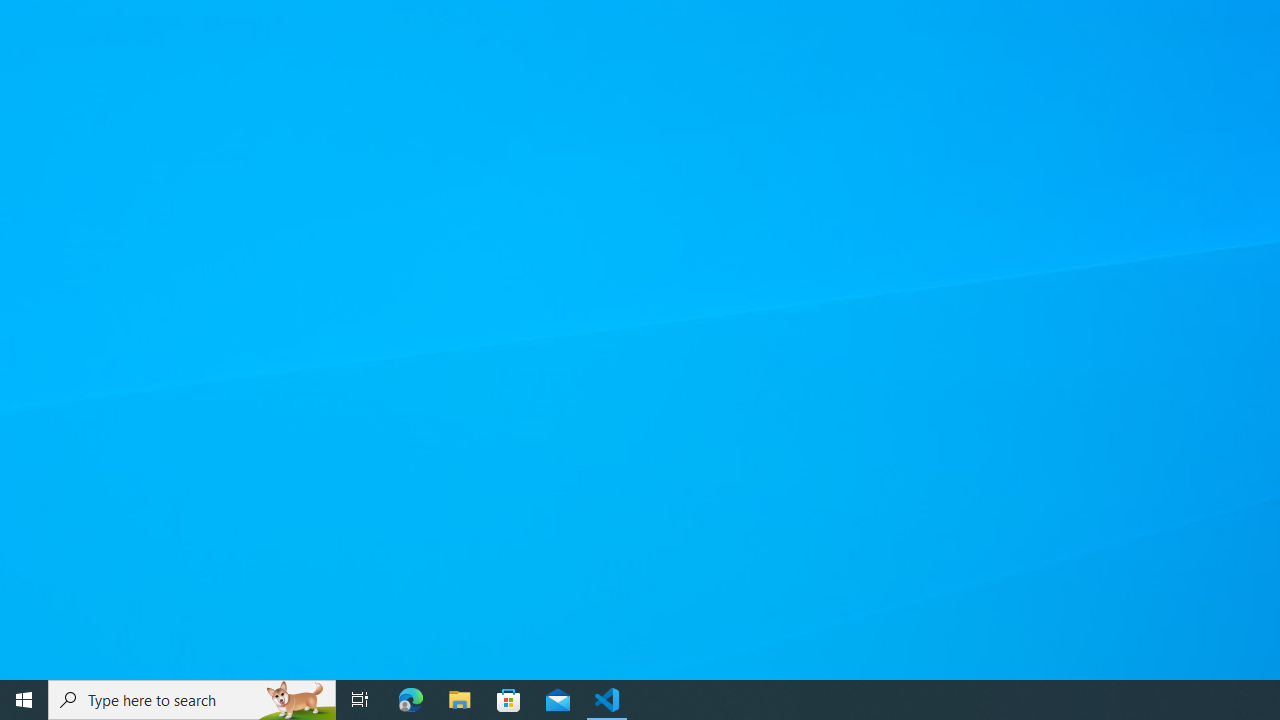 This screenshot has width=1280, height=720. I want to click on 'Search highlights icon opens search home window', so click(294, 698).